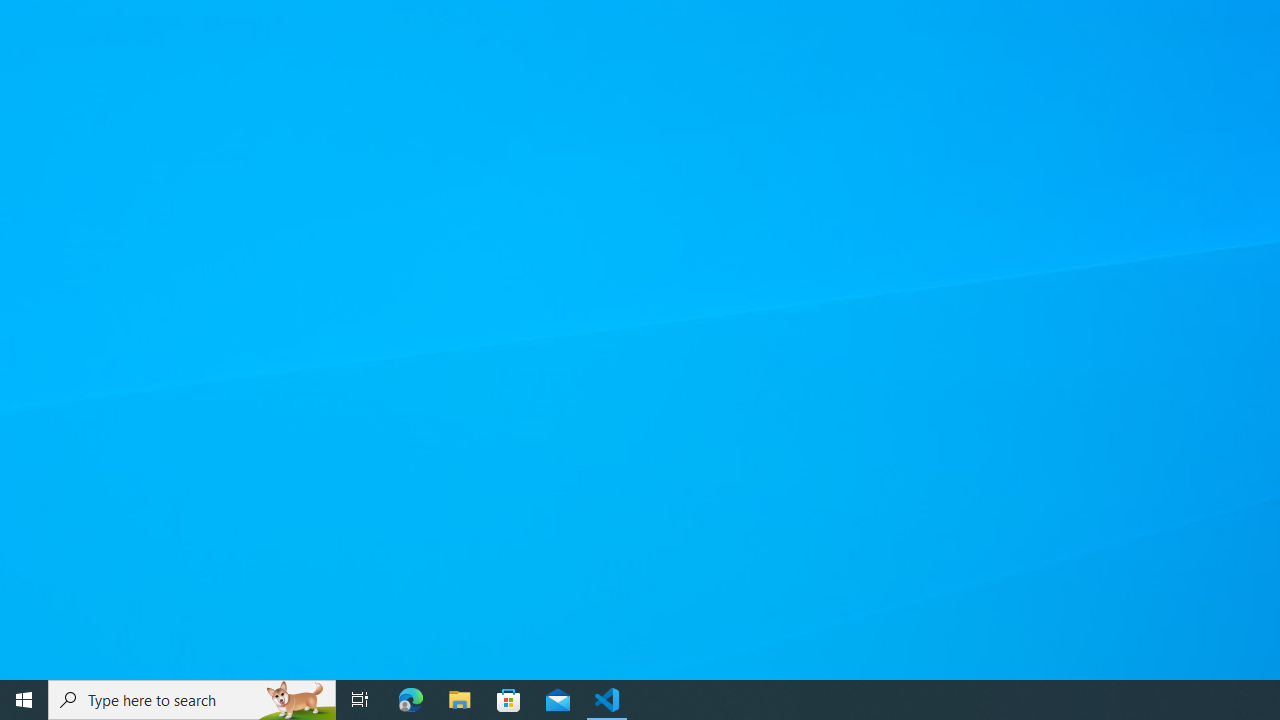 This screenshot has width=1280, height=720. I want to click on 'Search highlights icon opens search home window', so click(294, 698).